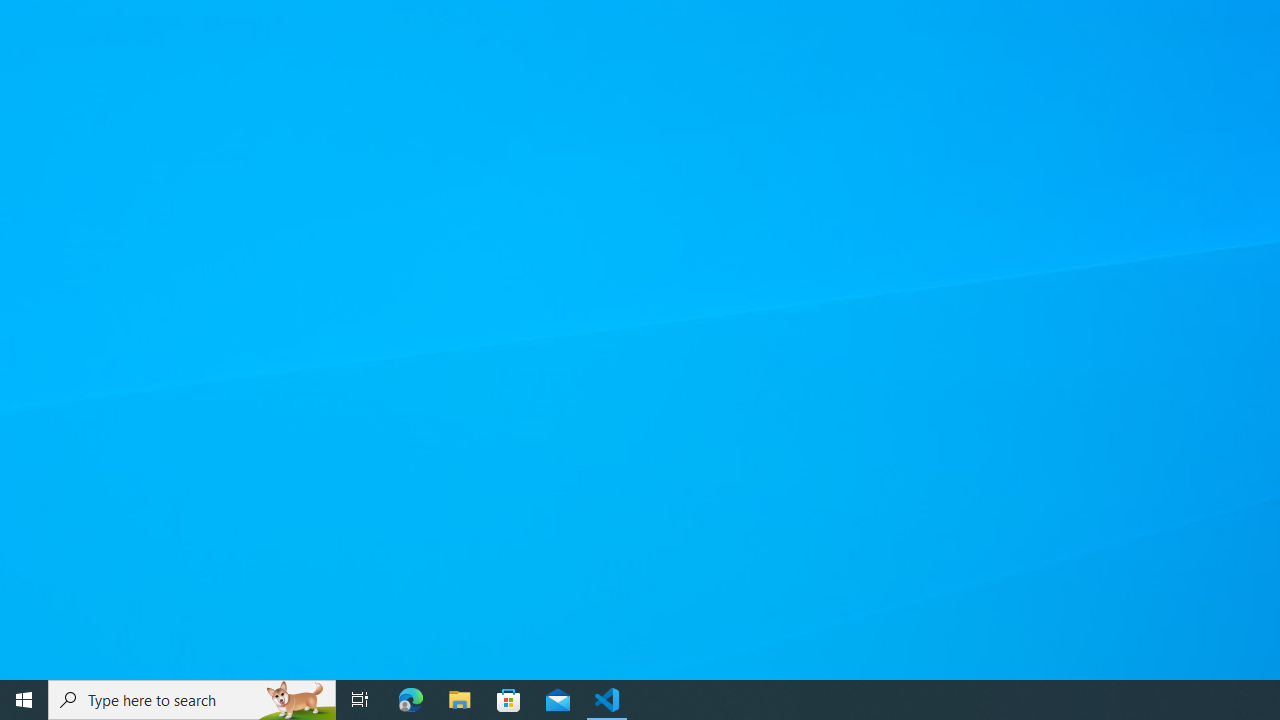 This screenshot has width=1280, height=720. I want to click on 'Search highlights icon opens search home window', so click(294, 698).